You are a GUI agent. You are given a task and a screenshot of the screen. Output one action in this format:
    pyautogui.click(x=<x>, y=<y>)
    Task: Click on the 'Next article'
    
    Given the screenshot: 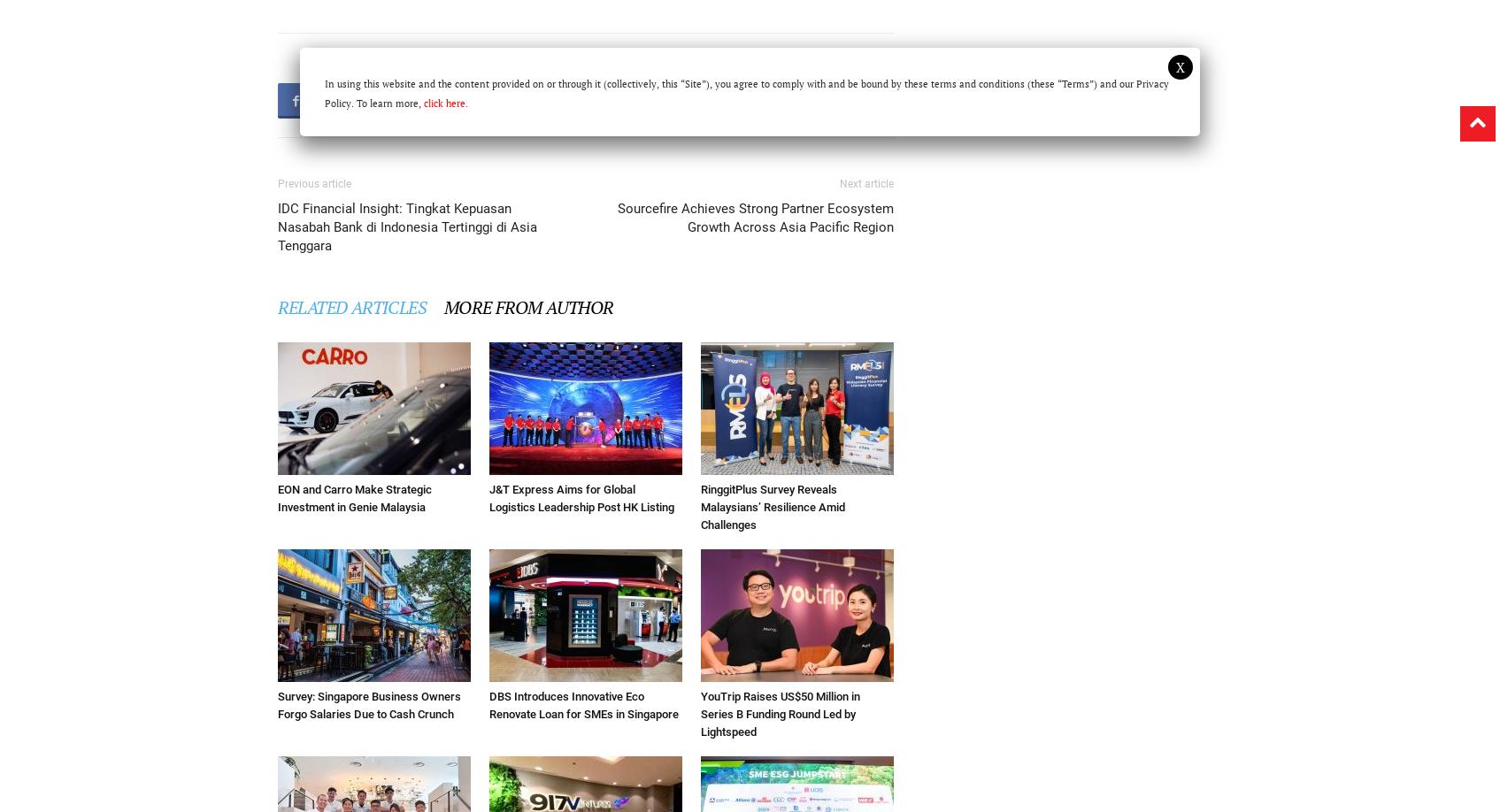 What is the action you would take?
    pyautogui.click(x=839, y=183)
    